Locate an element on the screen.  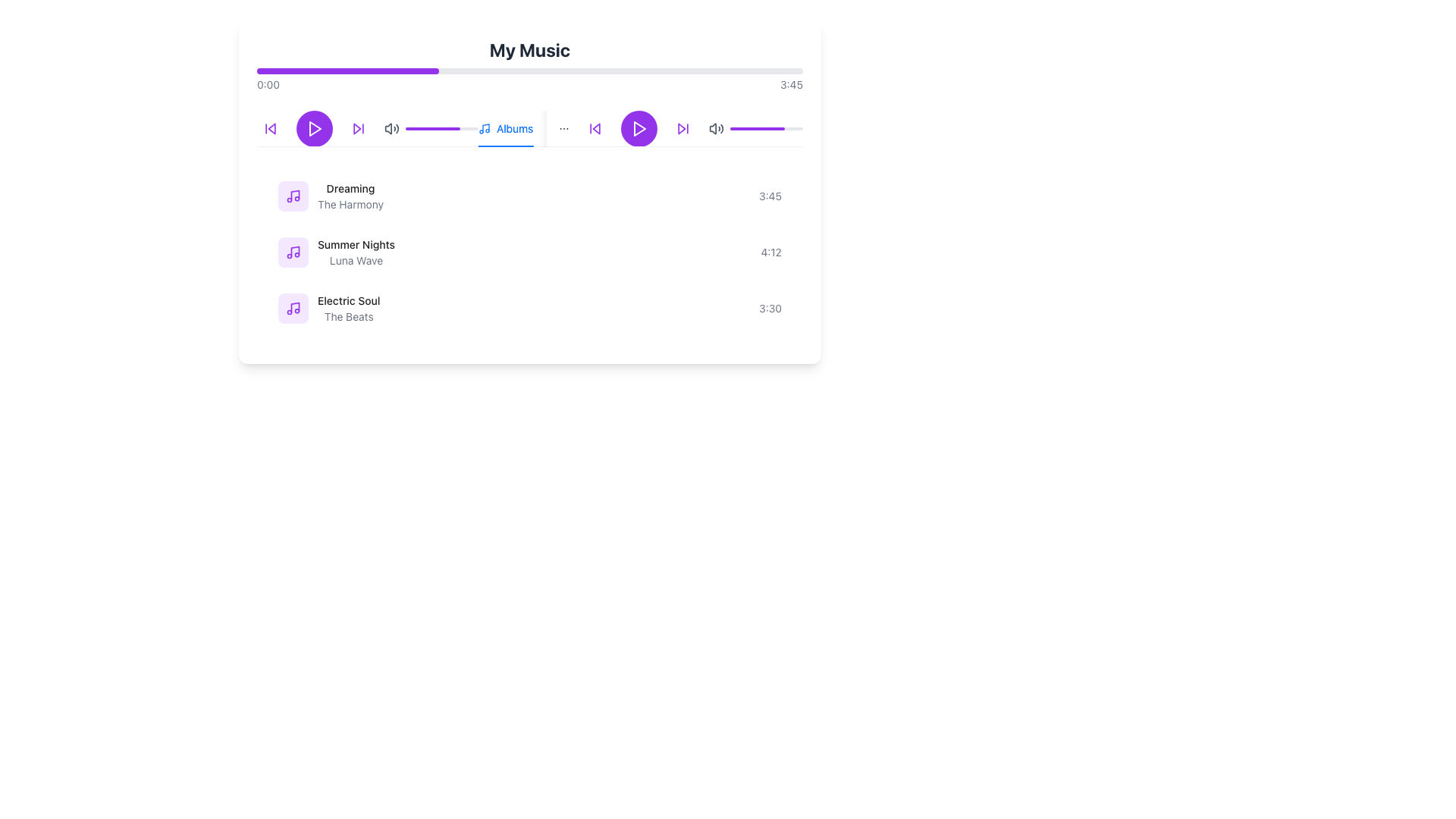
the 'Play' icon located inside the circular button in the control bar below 'My Music' is located at coordinates (639, 127).